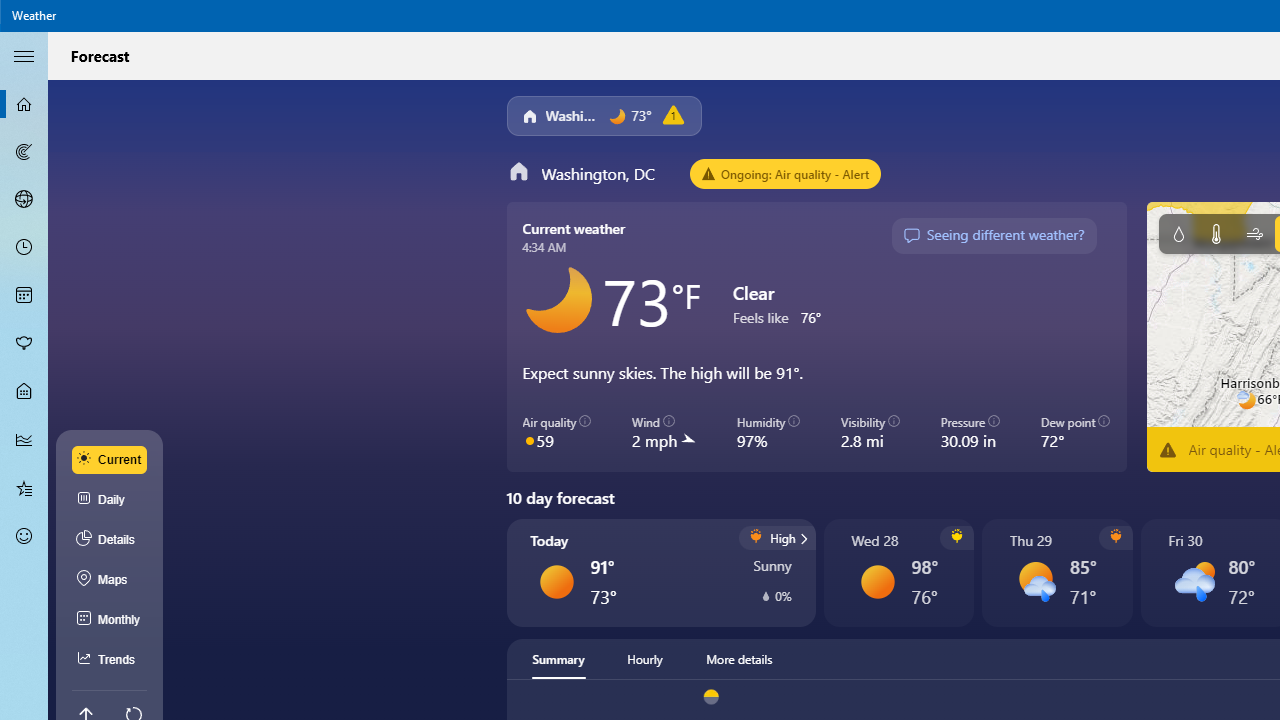 The image size is (1280, 720). What do you see at coordinates (24, 438) in the screenshot?
I see `'Historical Weather - Not Selected'` at bounding box center [24, 438].